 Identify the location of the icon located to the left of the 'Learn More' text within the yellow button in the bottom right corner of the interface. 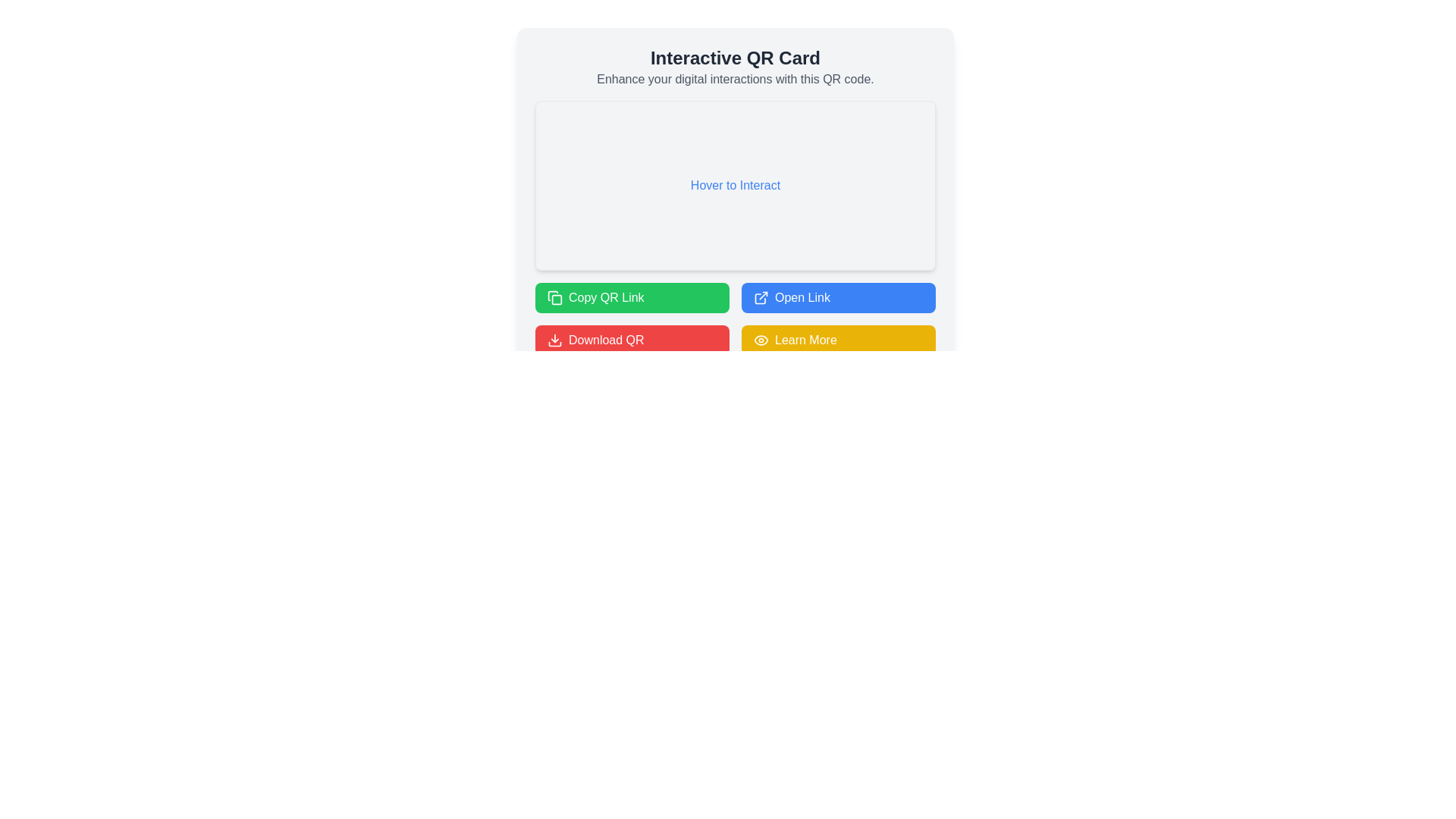
(761, 339).